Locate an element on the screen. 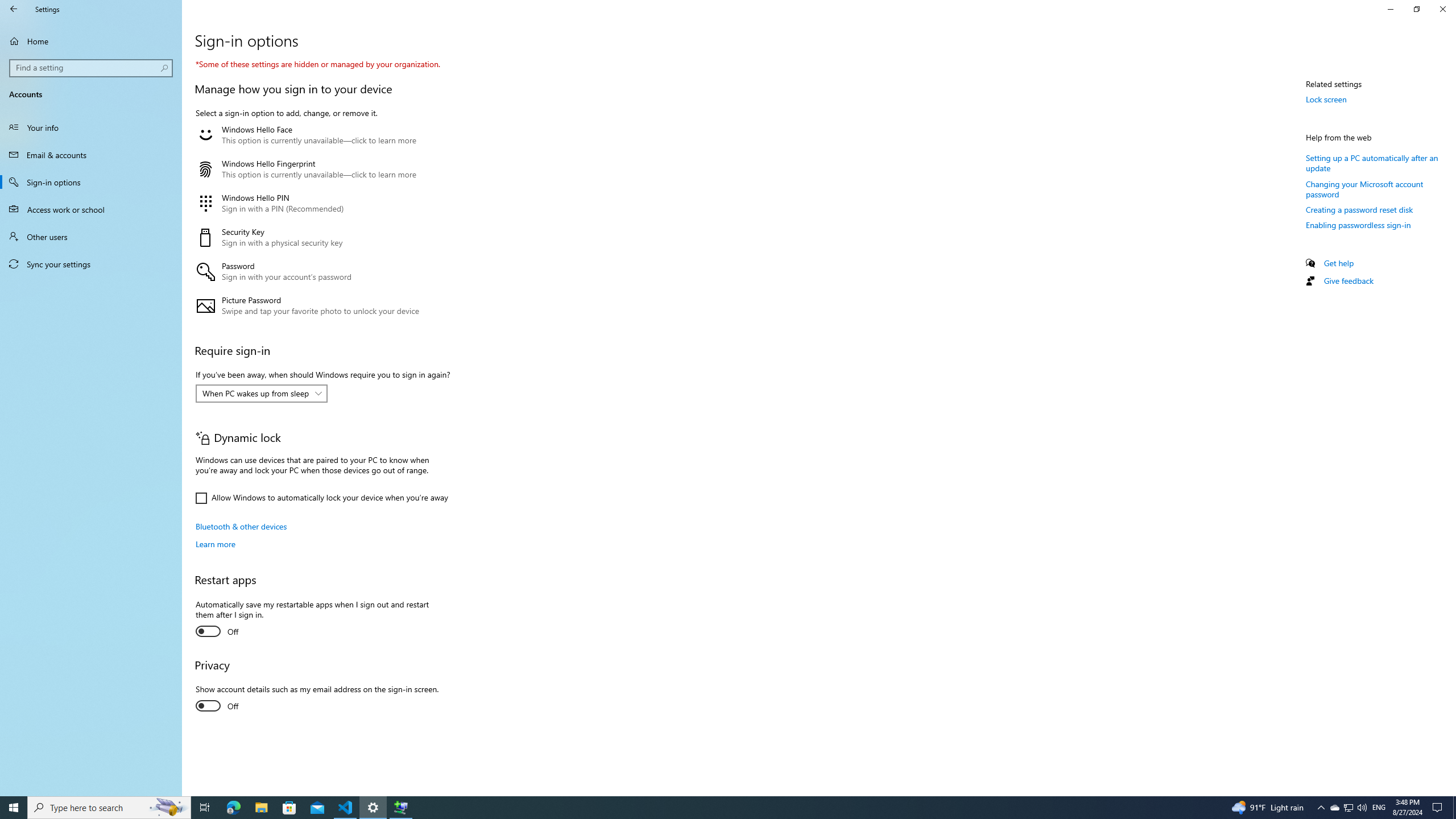 The height and width of the screenshot is (819, 1456). 'Email & accounts' is located at coordinates (90, 154).